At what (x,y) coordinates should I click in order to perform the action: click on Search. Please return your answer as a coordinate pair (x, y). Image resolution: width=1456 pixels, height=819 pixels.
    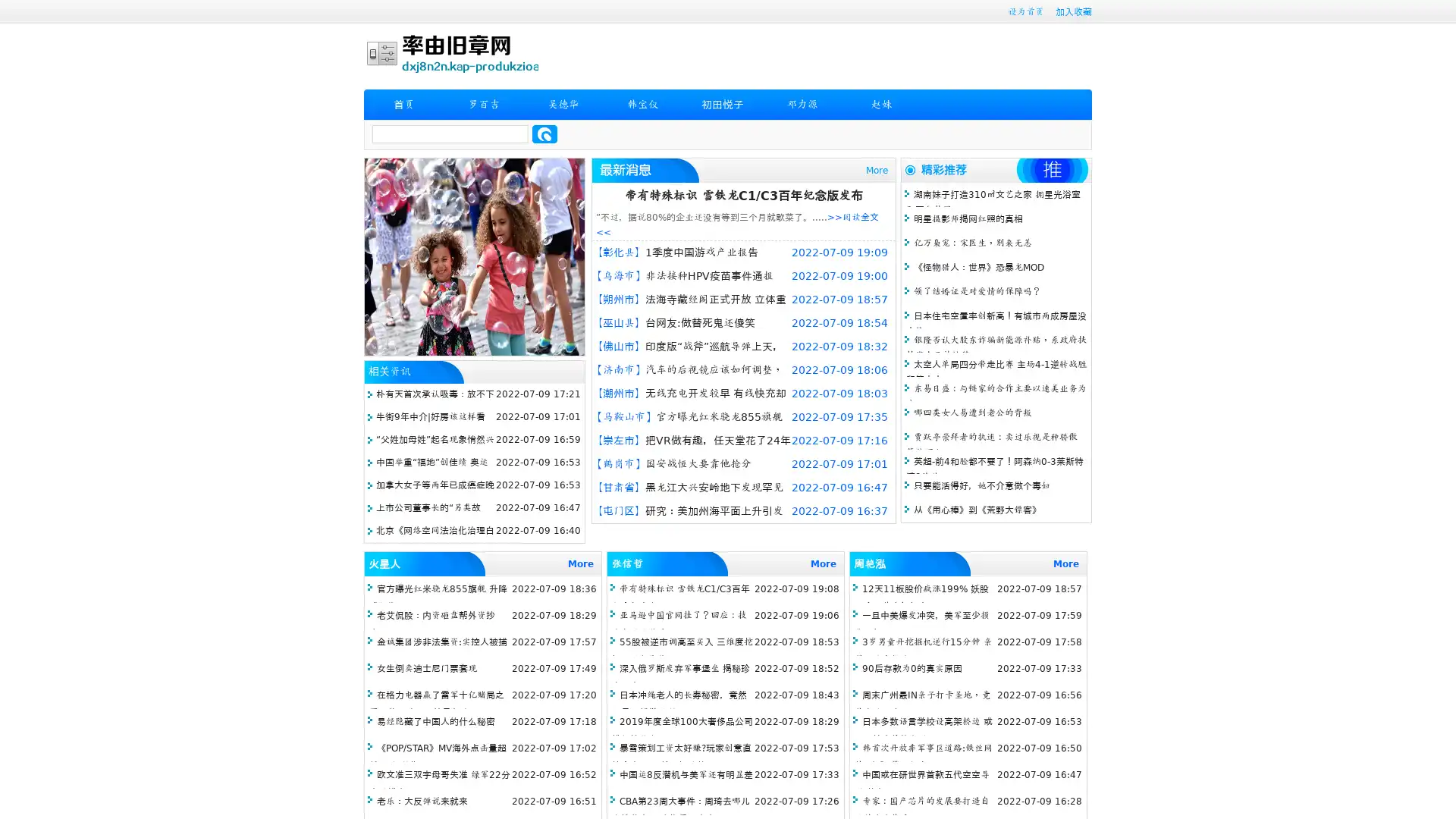
    Looking at the image, I should click on (544, 133).